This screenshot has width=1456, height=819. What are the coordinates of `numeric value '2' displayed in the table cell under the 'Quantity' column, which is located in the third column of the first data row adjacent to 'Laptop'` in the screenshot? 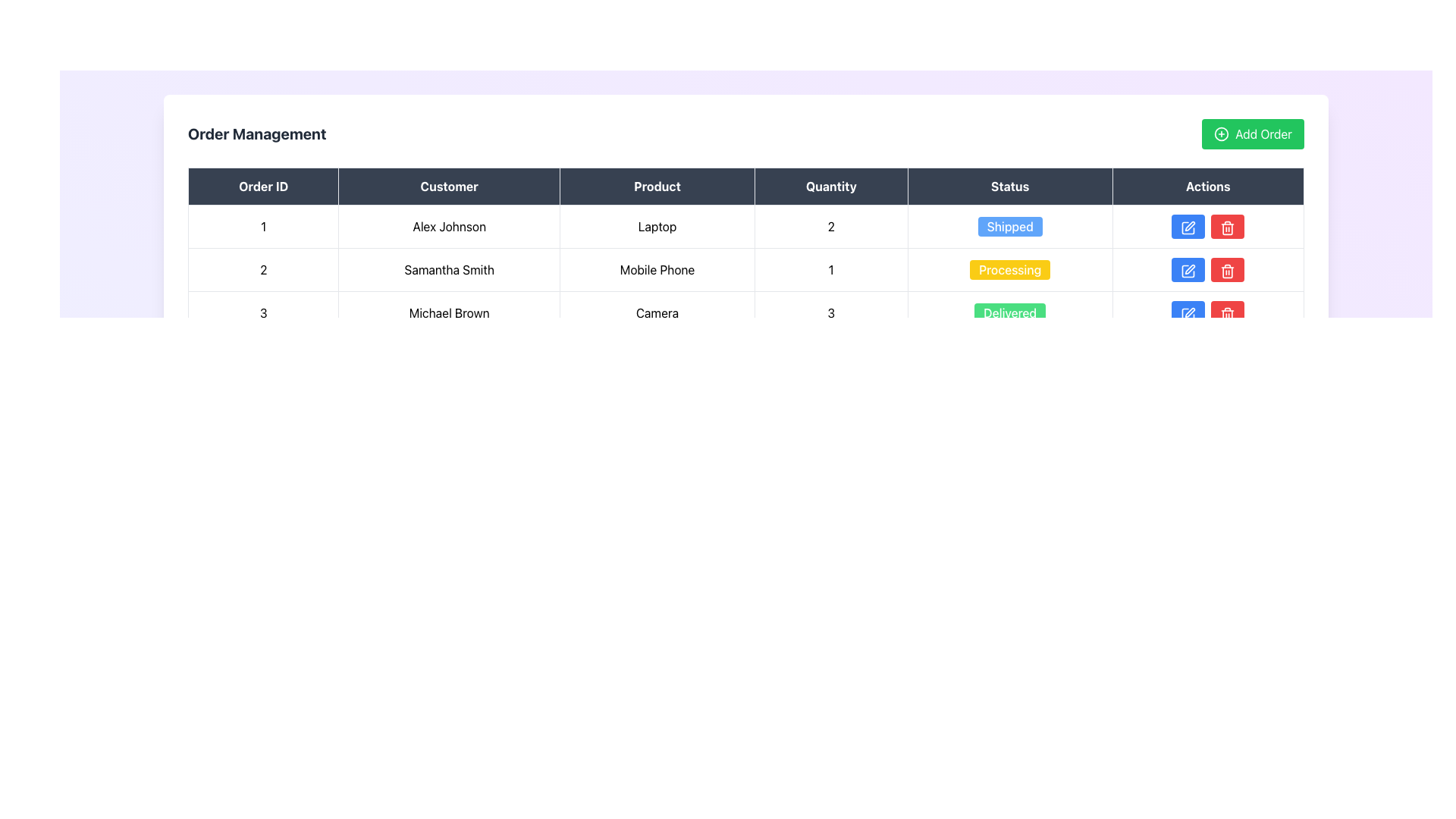 It's located at (830, 227).